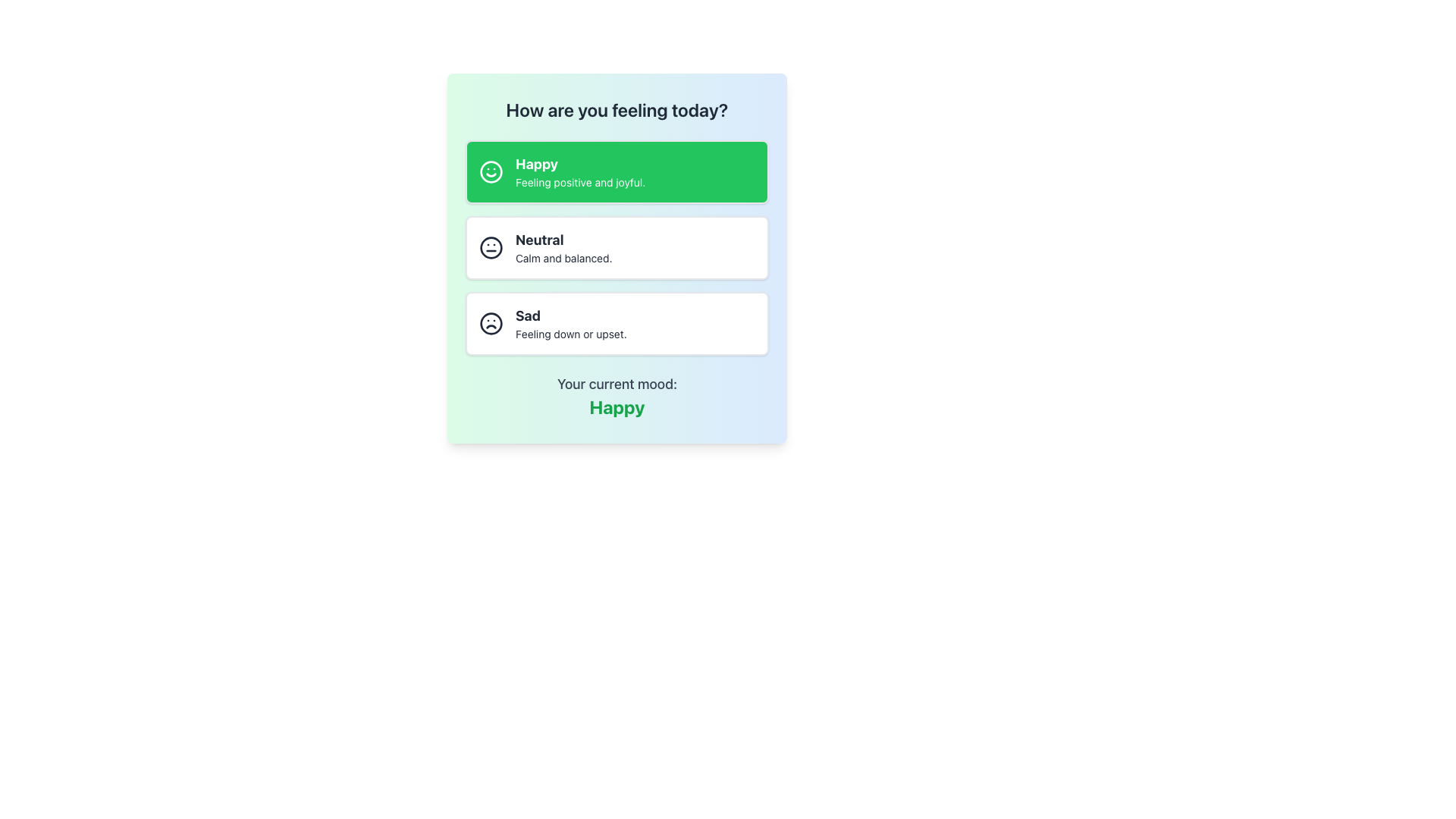 The image size is (1456, 819). Describe the element at coordinates (491, 323) in the screenshot. I see `the circular 'Sad' icon, which visually represents the mood option for sadness, located to the left of the word 'Sad' and below the 'Neutral' option` at that location.